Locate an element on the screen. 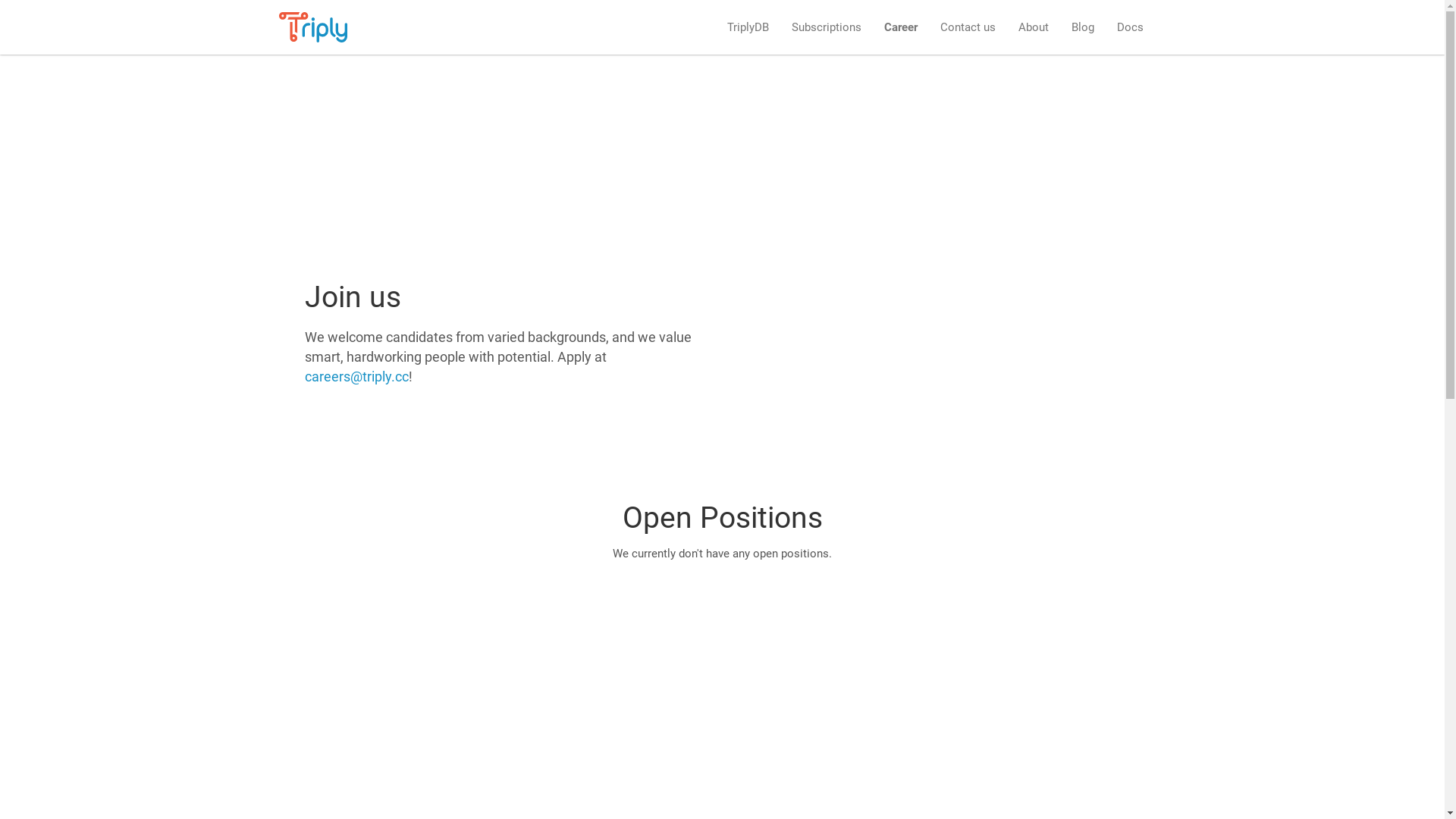 Image resolution: width=1456 pixels, height=819 pixels. 'TriplyDB' is located at coordinates (748, 27).